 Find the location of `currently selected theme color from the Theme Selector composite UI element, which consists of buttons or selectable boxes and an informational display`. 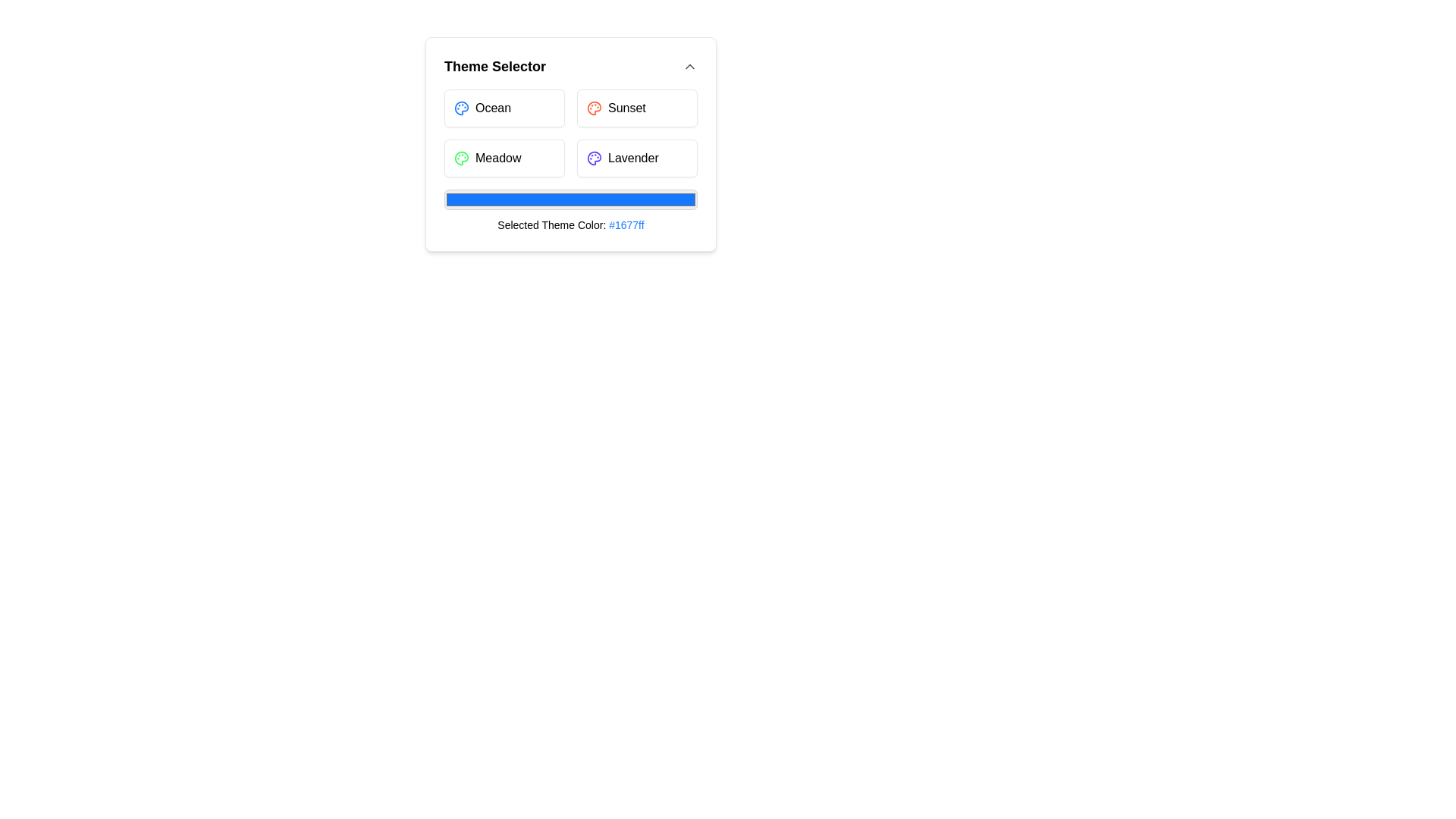

currently selected theme color from the Theme Selector composite UI element, which consists of buttons or selectable boxes and an informational display is located at coordinates (570, 161).